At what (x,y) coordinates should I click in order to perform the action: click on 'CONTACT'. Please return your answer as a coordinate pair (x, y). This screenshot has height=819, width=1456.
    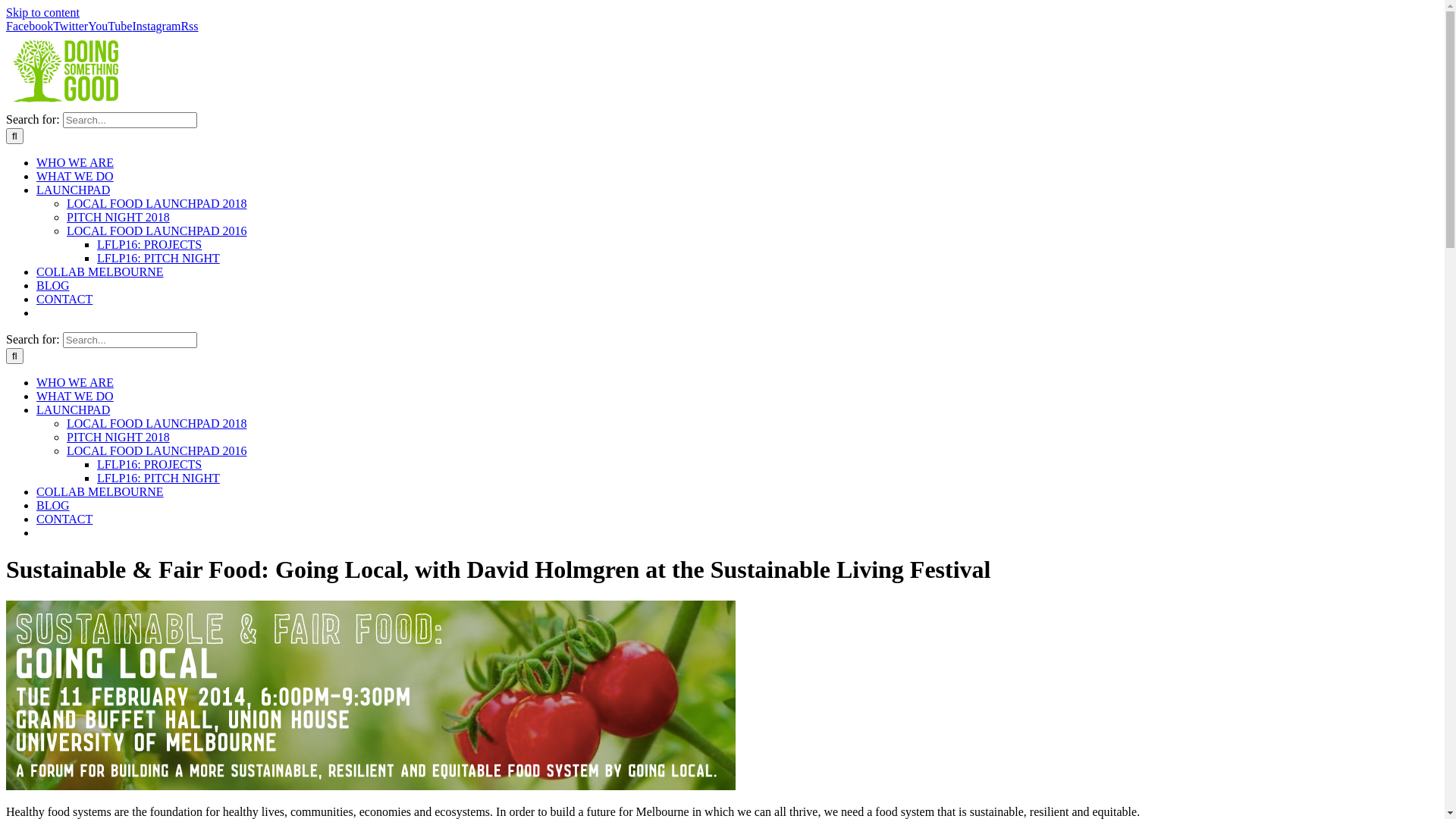
    Looking at the image, I should click on (64, 299).